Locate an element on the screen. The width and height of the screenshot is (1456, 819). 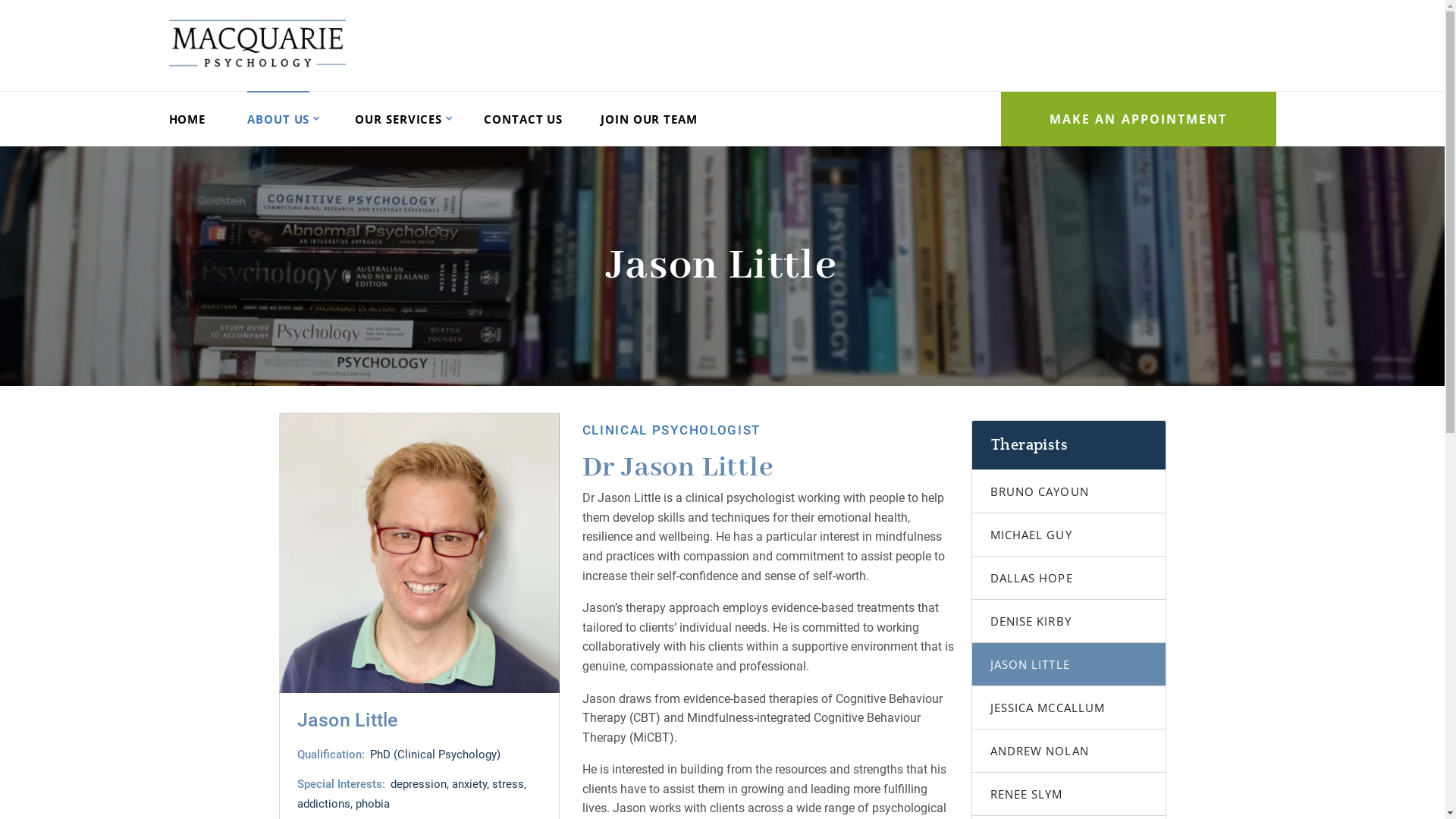
'JOIN OUR TEAM' is located at coordinates (648, 118).